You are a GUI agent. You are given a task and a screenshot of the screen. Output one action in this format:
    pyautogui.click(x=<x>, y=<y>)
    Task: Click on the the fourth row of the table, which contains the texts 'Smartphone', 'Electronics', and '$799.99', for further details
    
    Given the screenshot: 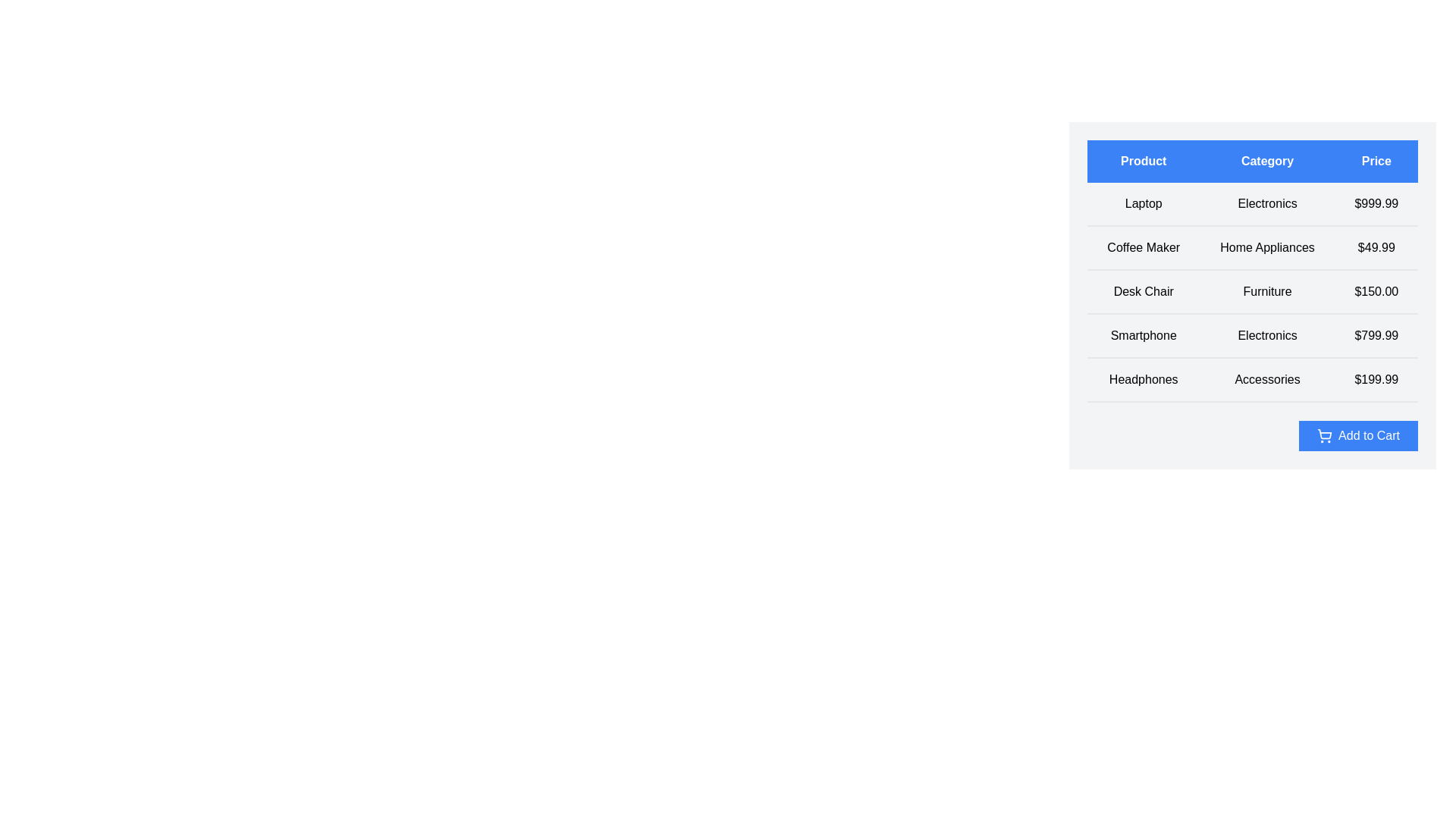 What is the action you would take?
    pyautogui.click(x=1252, y=335)
    